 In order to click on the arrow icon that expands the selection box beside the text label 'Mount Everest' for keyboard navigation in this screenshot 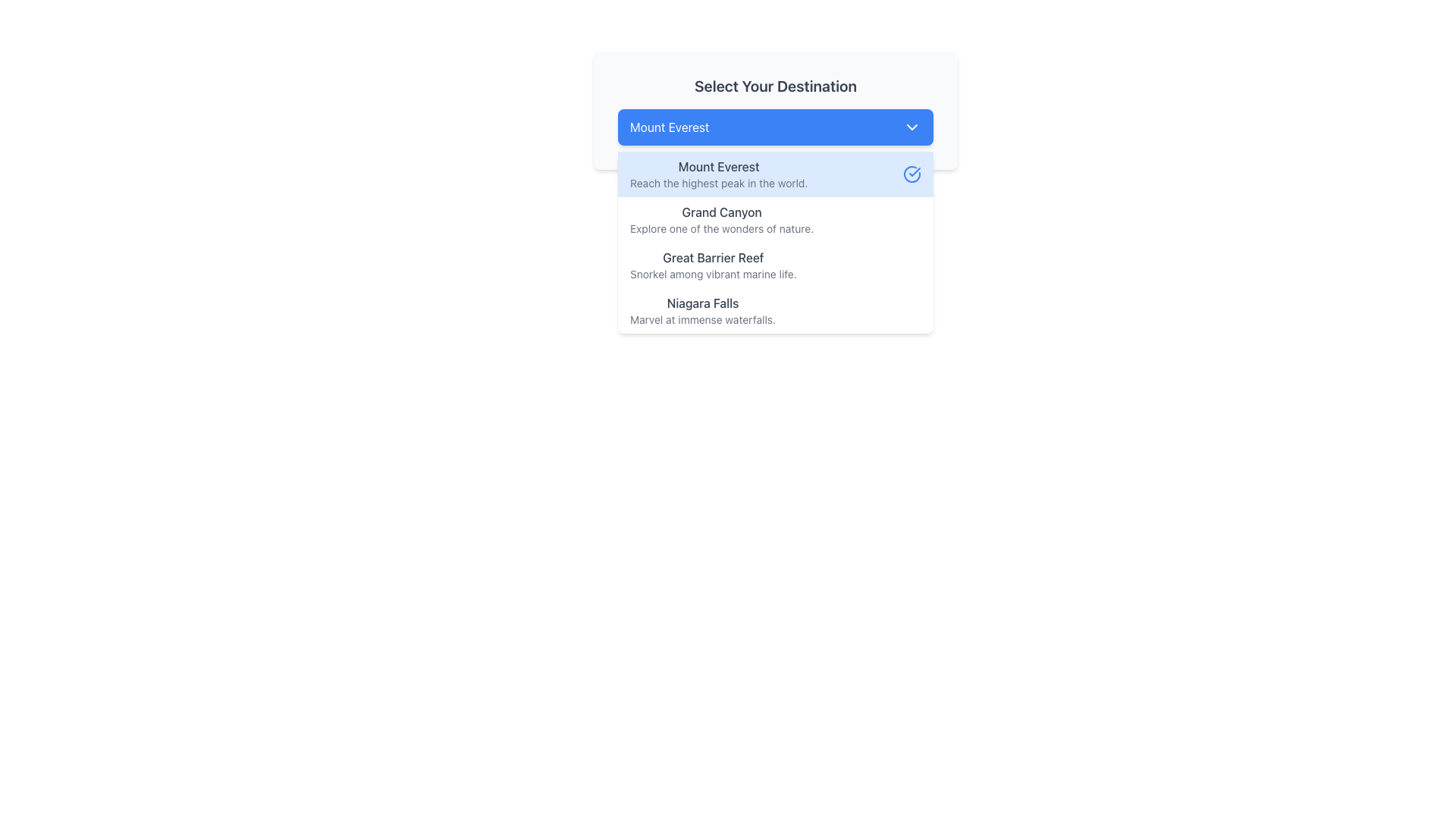, I will do `click(912, 127)`.